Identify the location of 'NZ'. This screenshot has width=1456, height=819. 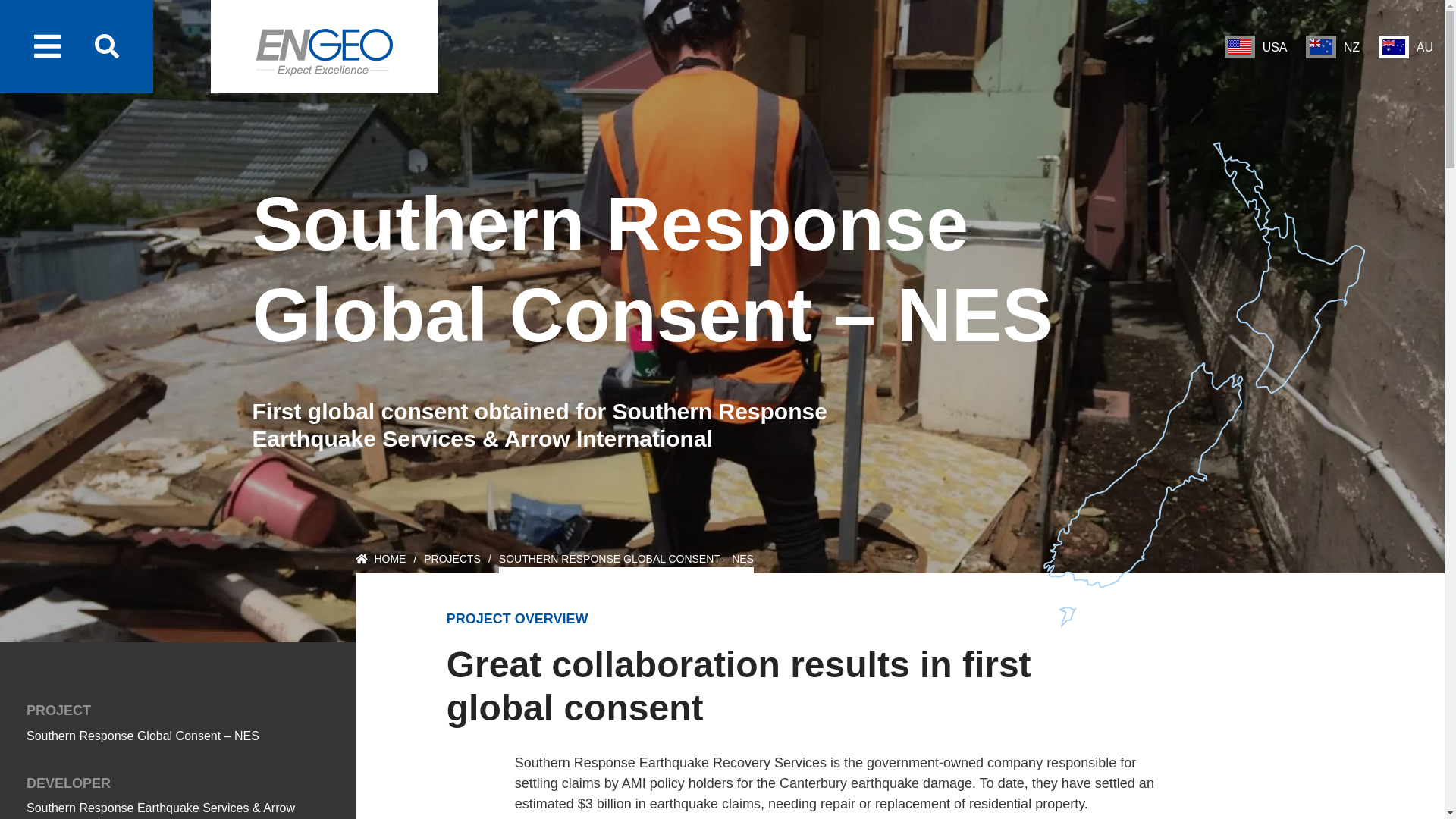
(1305, 45).